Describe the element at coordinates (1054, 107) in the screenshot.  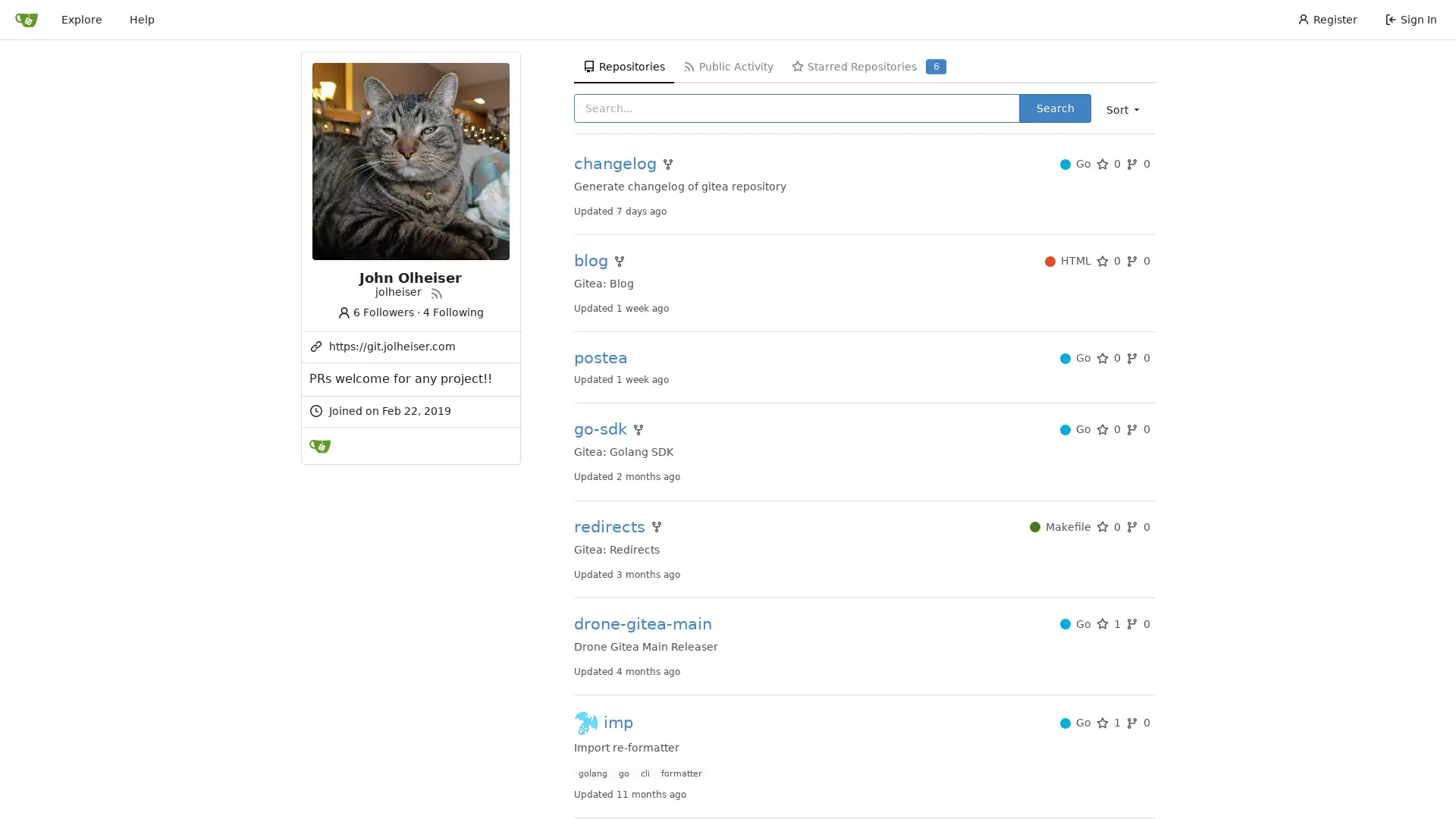
I see `Search` at that location.